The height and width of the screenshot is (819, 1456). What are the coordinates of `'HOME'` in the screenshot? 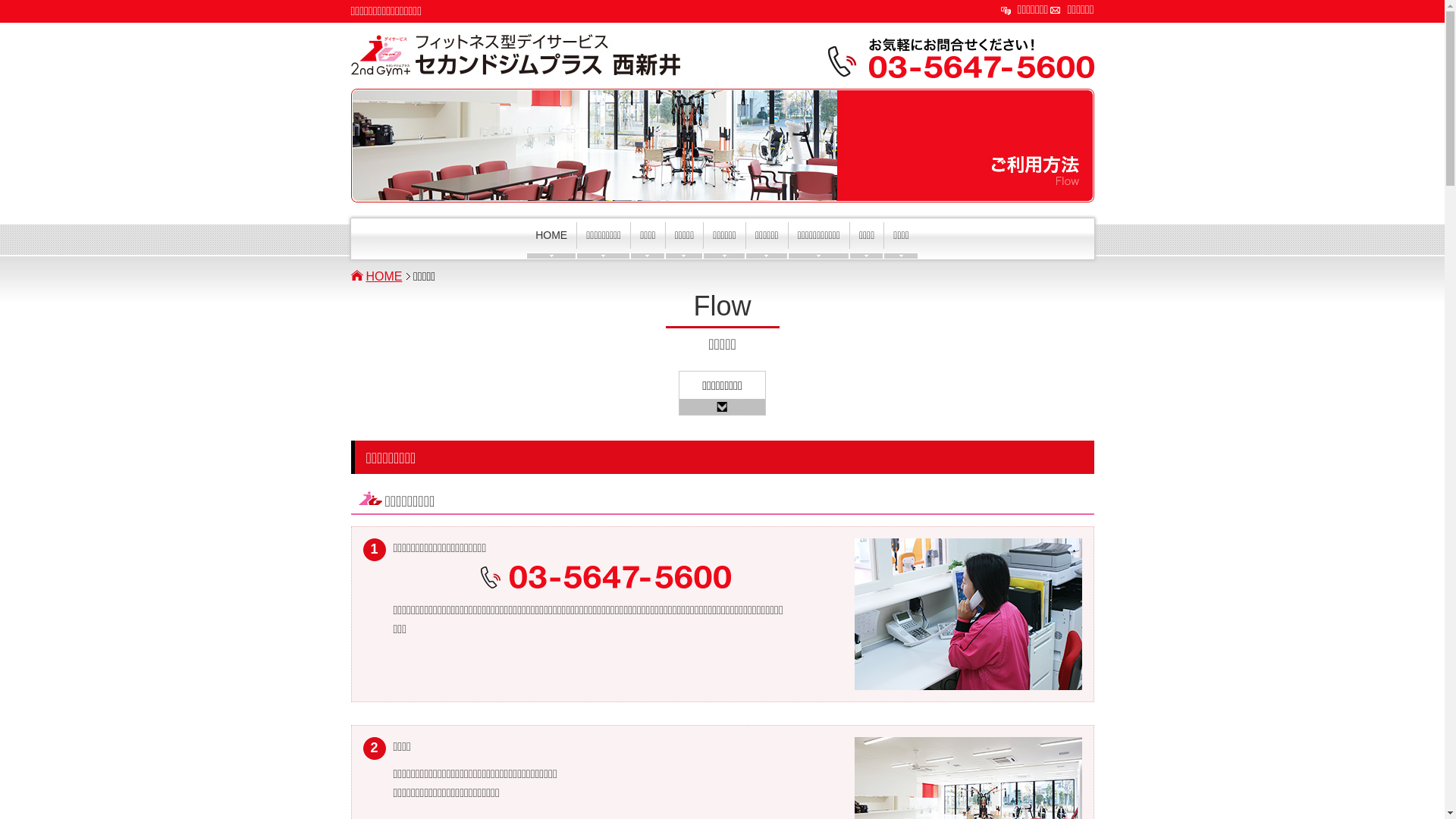 It's located at (387, 276).